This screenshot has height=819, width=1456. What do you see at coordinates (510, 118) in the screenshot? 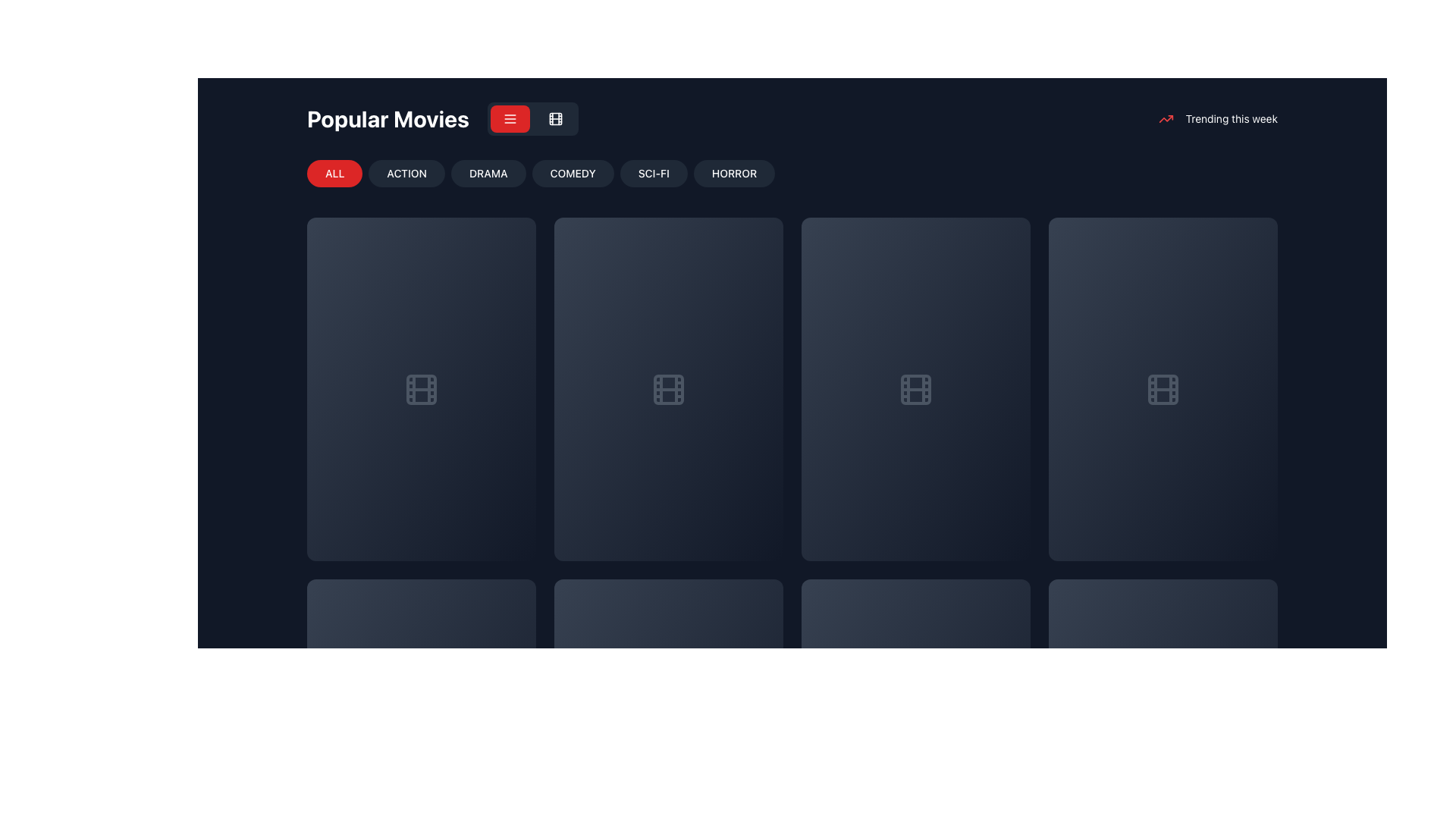
I see `the three-line menu icon within the rounded red button located at the upper right of the interface, next to the 'Popular Movies' title` at bounding box center [510, 118].